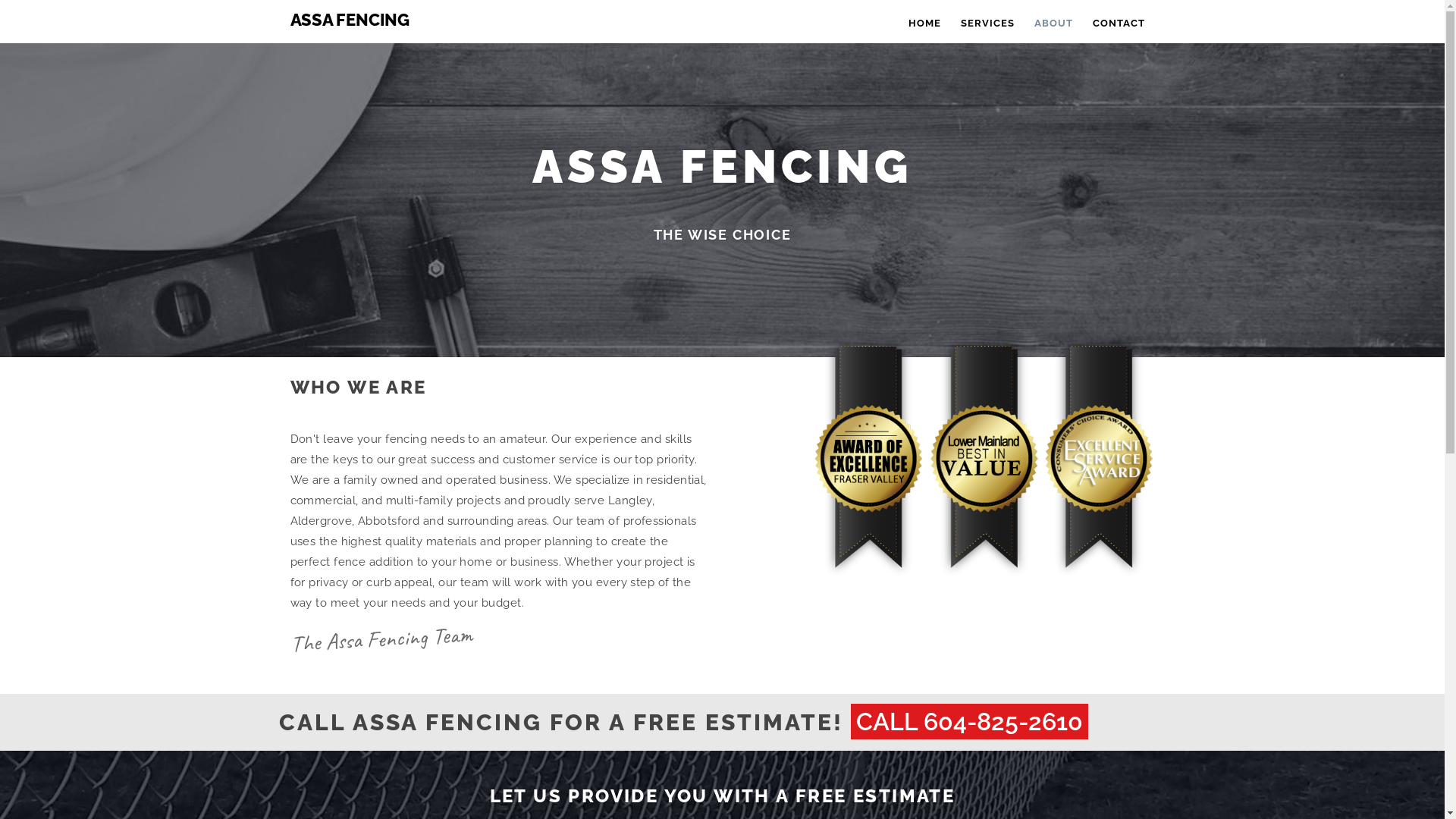 The height and width of the screenshot is (819, 1456). I want to click on 'ABOUT', so click(1052, 20).